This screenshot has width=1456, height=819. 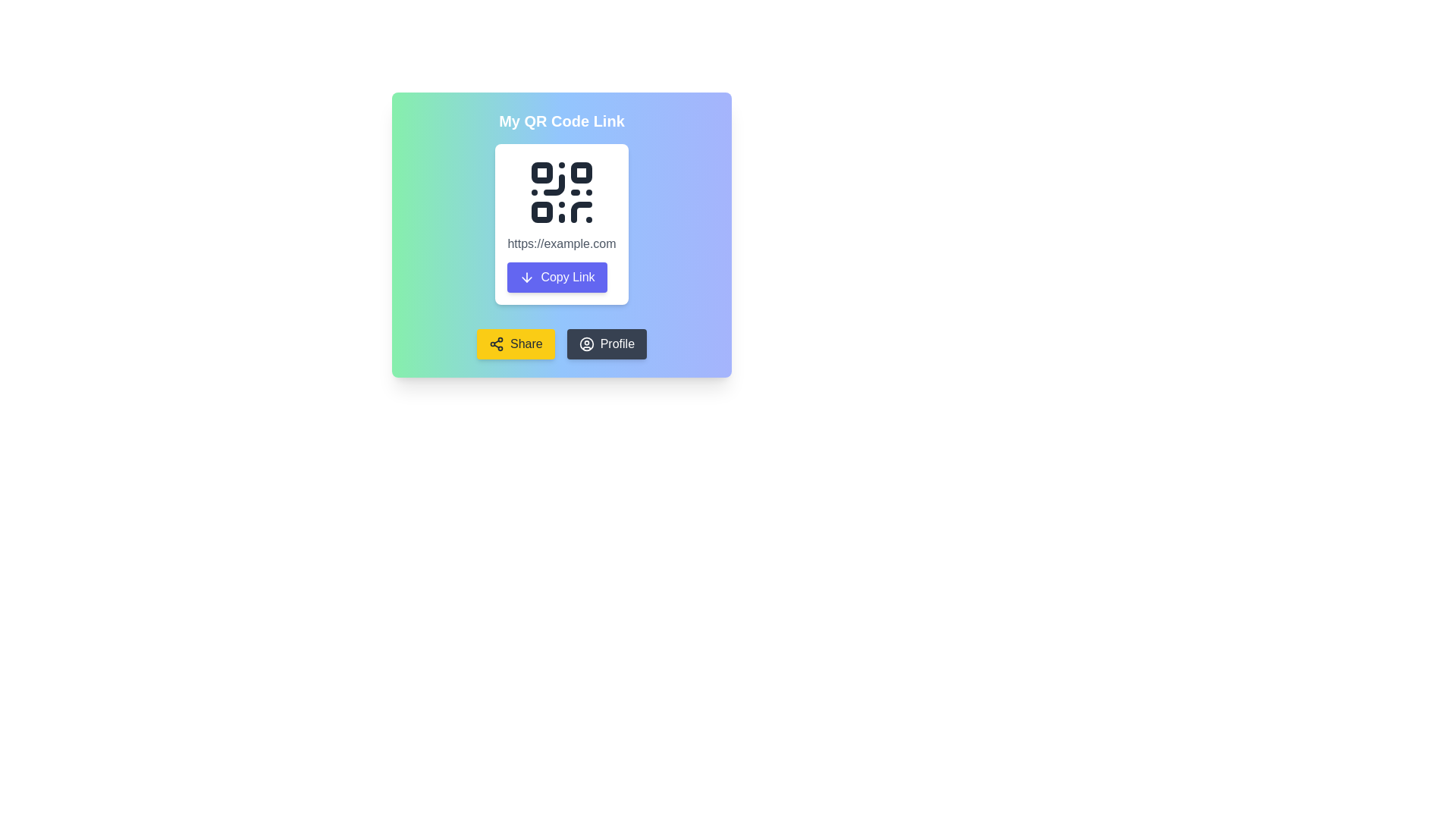 What do you see at coordinates (556, 278) in the screenshot?
I see `the button that allows users to copy the displayed link to their clipboard for visual feedback` at bounding box center [556, 278].